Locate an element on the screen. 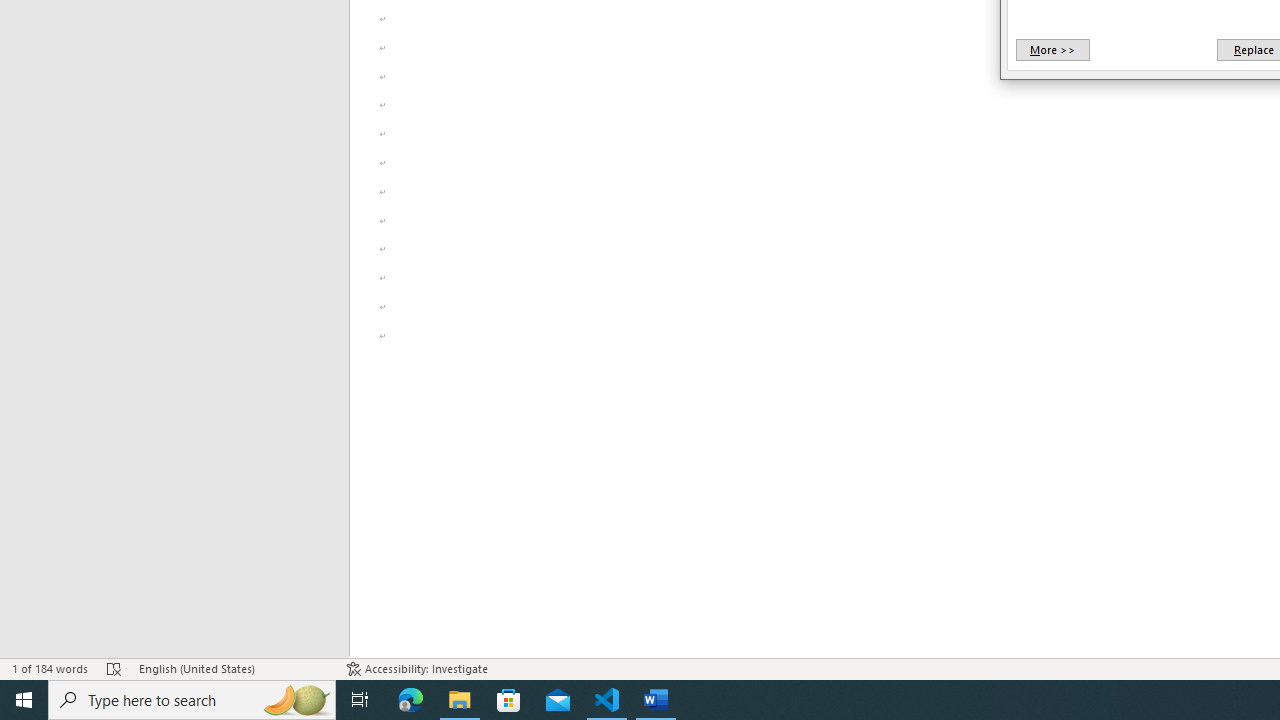 The width and height of the screenshot is (1280, 720). 'Spelling and Grammar Check Errors' is located at coordinates (113, 669).